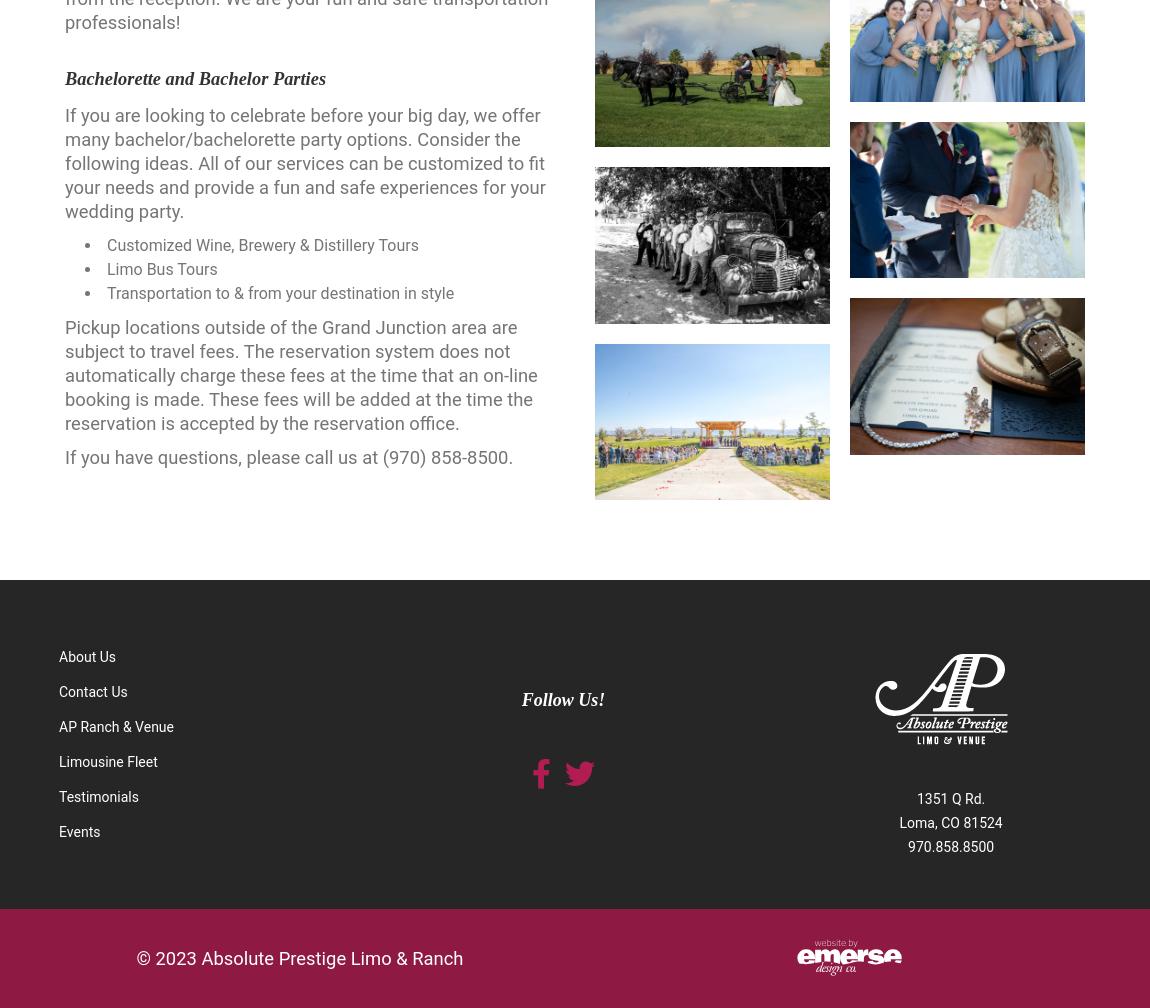 The height and width of the screenshot is (1008, 1150). I want to click on 'Limo Bus Tours', so click(105, 269).